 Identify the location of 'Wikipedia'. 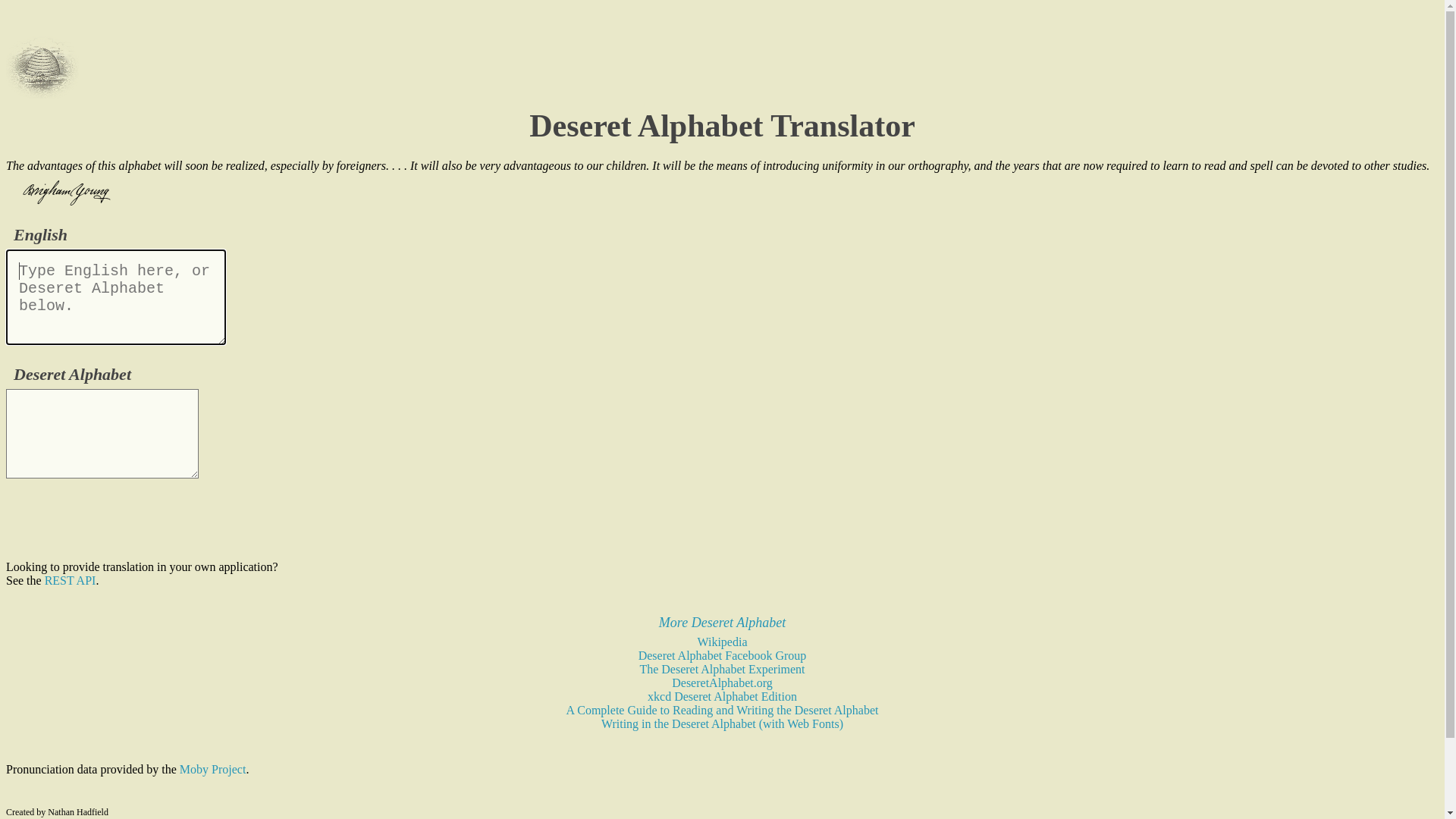
(722, 642).